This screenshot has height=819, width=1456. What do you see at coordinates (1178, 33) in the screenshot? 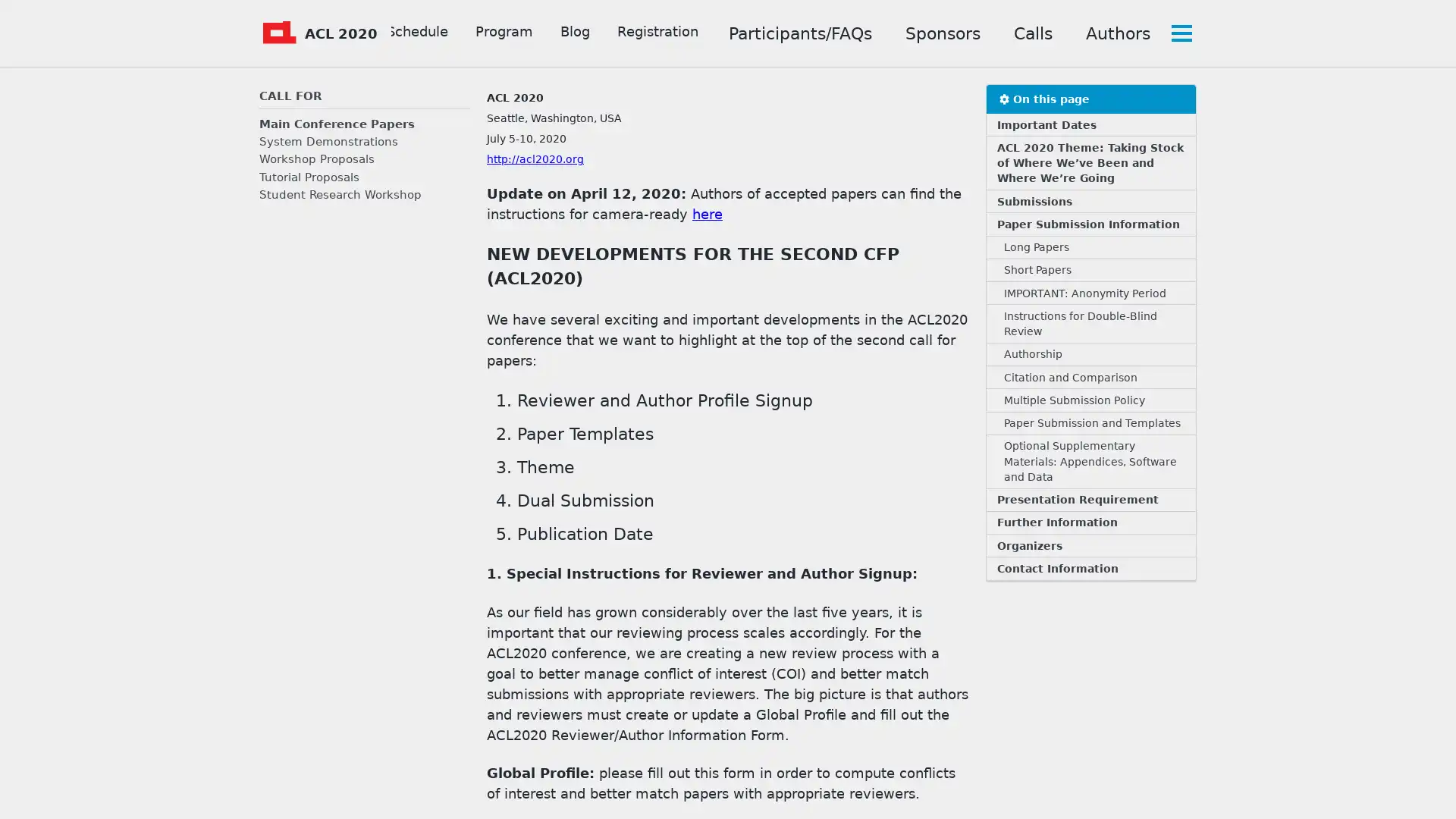
I see `Toggle menu` at bounding box center [1178, 33].